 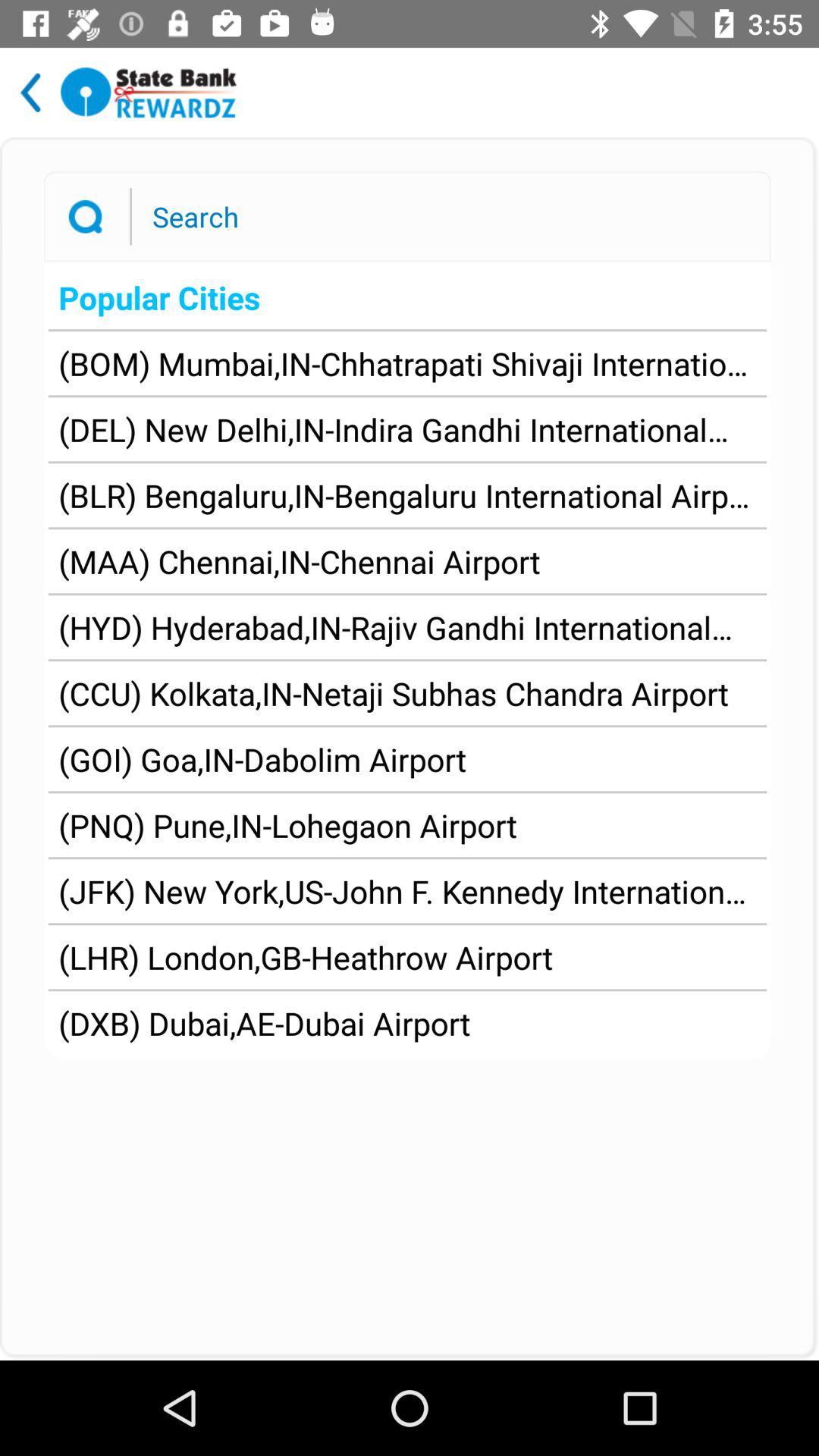 I want to click on go back, so click(x=30, y=92).